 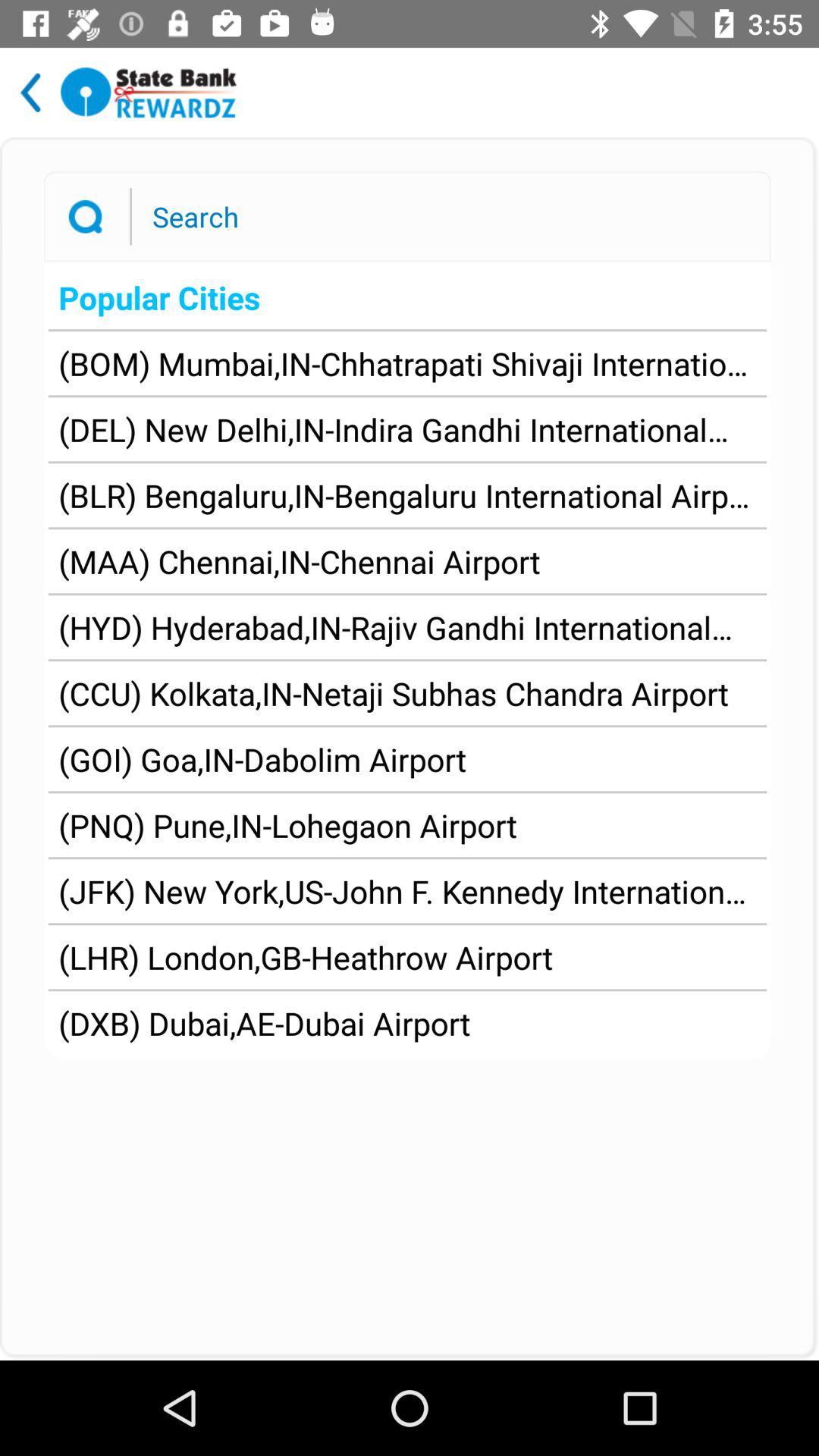 I want to click on go back, so click(x=30, y=92).